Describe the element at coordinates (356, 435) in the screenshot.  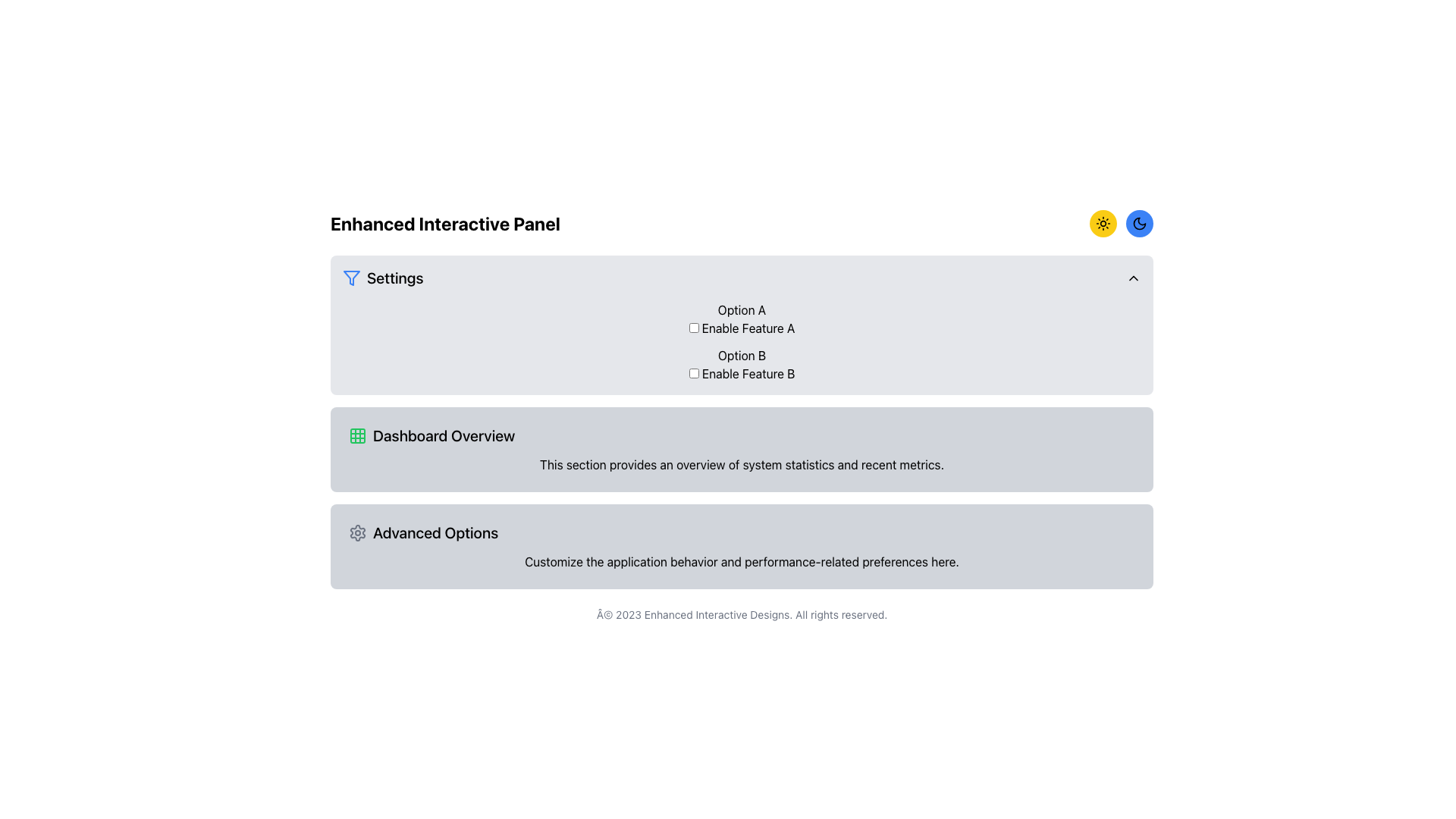
I see `the central square of the 3x3 grid icon located near the top-right corner of the interface` at that location.